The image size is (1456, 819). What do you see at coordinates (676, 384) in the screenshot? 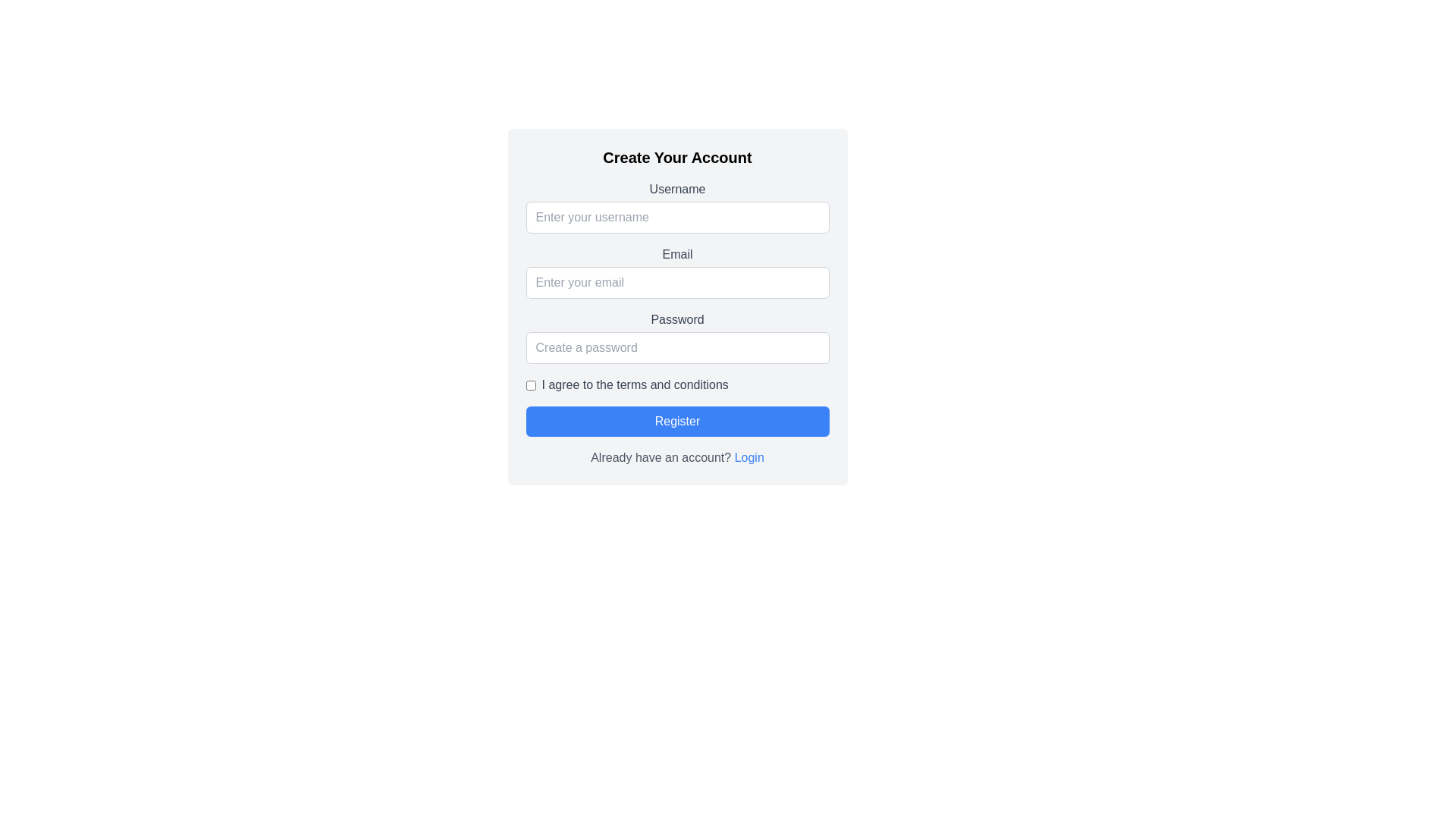
I see `the label 'I agree to the terms and conditions' to check the corresponding checkbox located to its left` at bounding box center [676, 384].